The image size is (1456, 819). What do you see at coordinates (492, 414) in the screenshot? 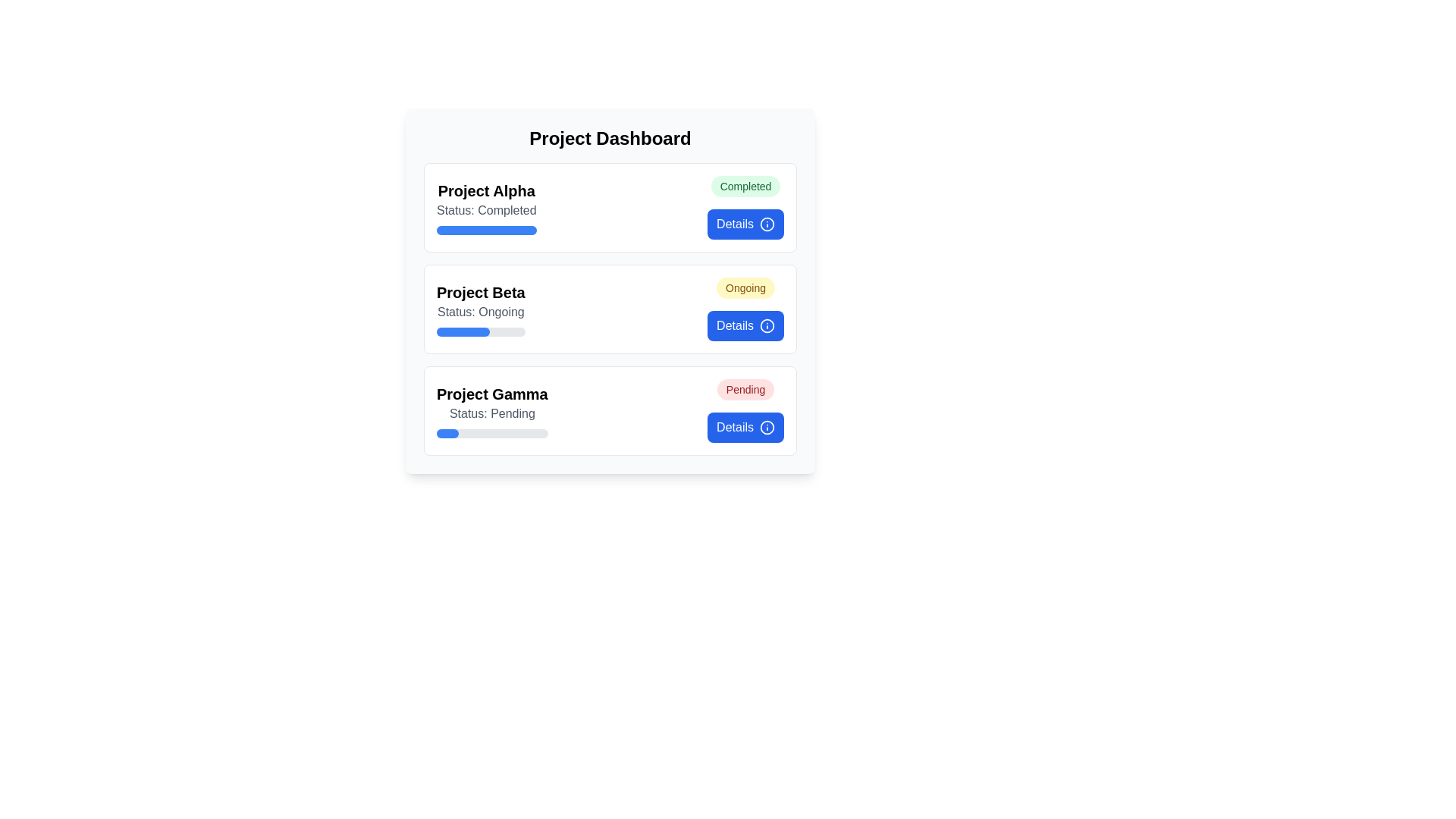
I see `the 'Pending' status text label located below the title 'Project Gamma' within the project information card` at bounding box center [492, 414].